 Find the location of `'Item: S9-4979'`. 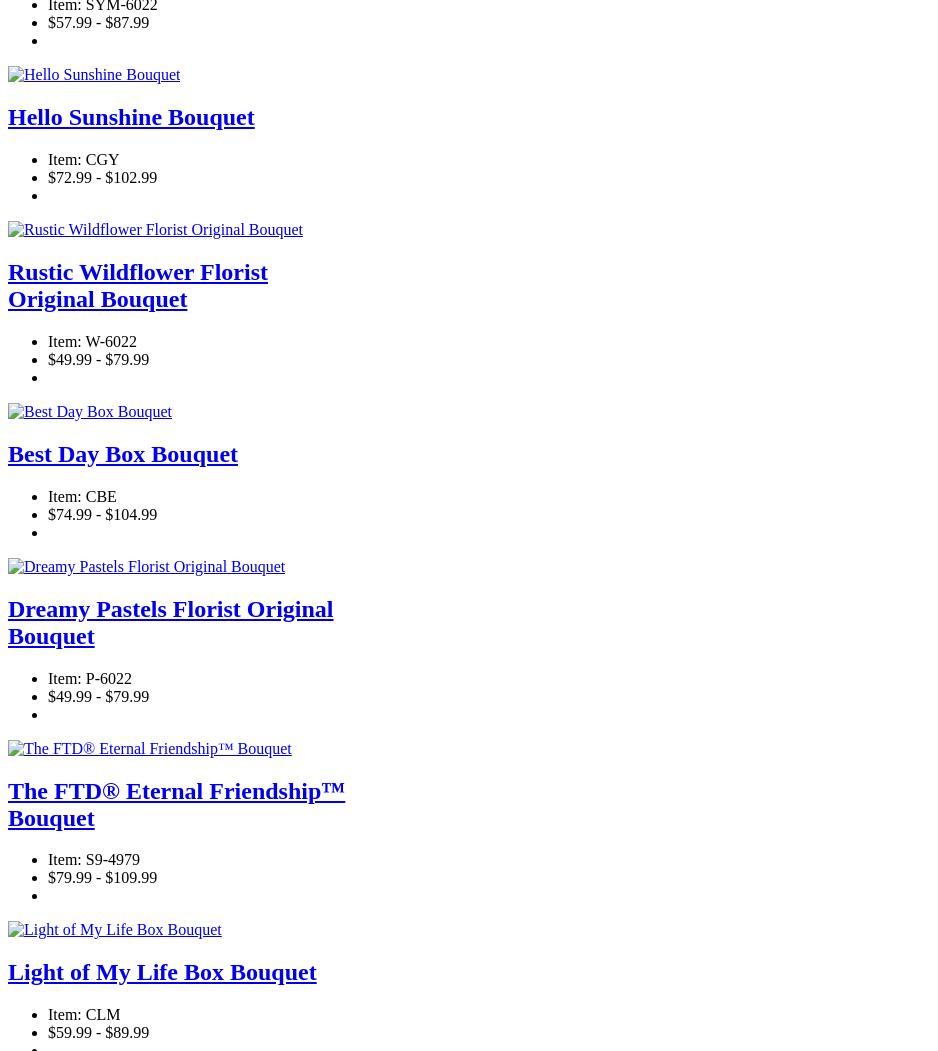

'Item: S9-4979' is located at coordinates (93, 858).